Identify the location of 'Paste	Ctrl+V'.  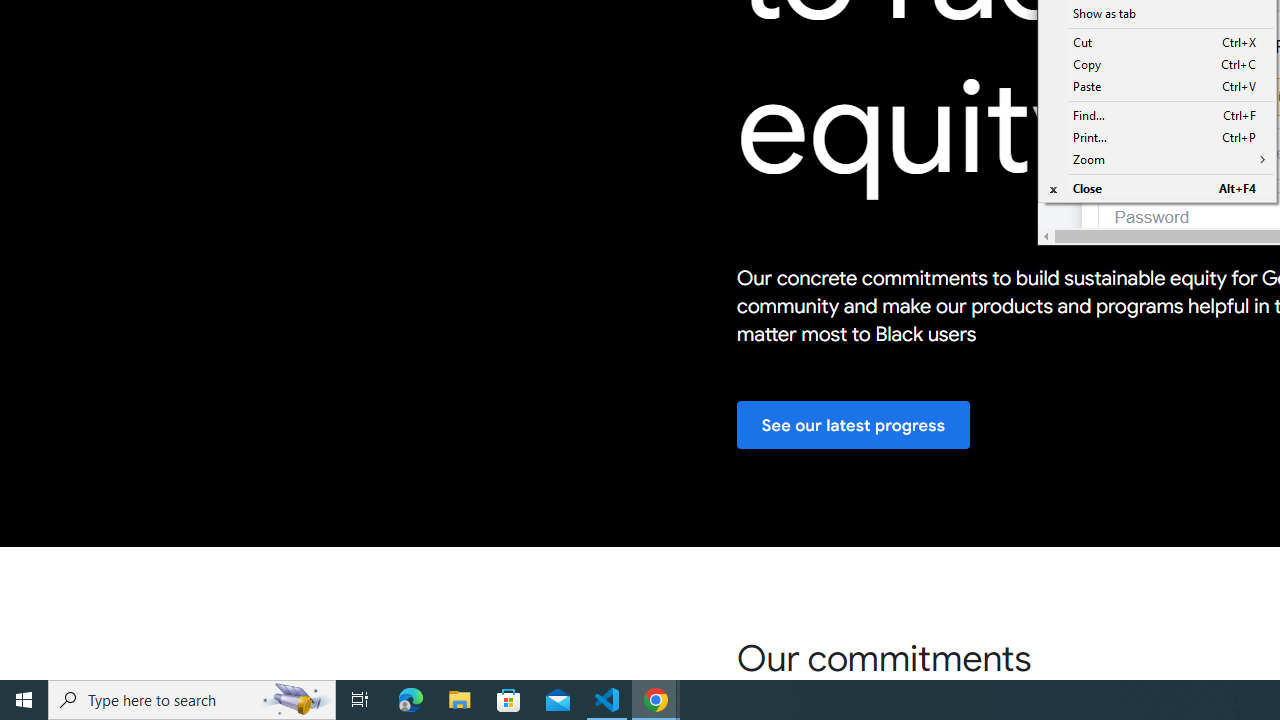
(1157, 86).